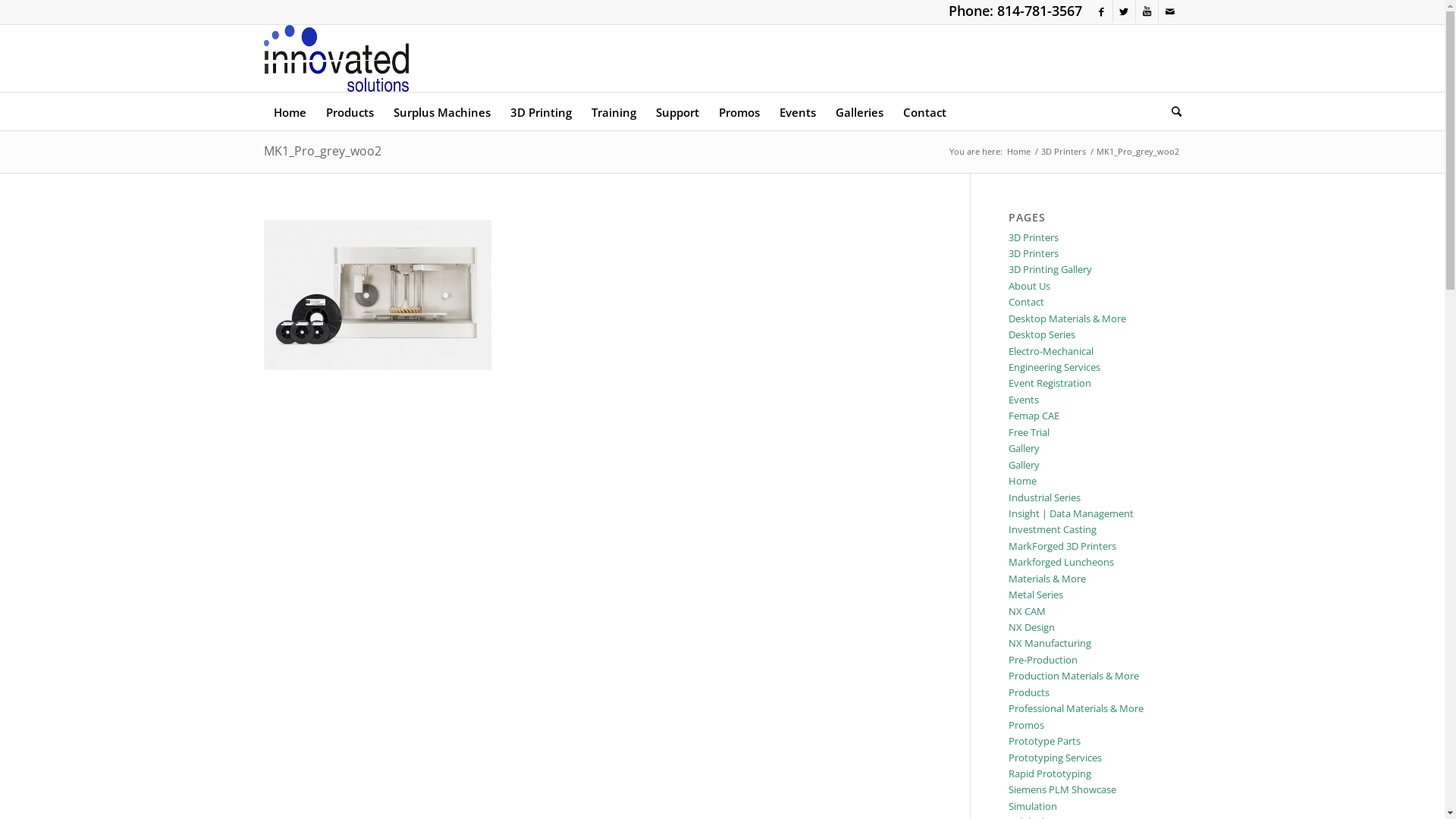  Describe the element at coordinates (1060, 561) in the screenshot. I see `'Markforged Luncheons'` at that location.